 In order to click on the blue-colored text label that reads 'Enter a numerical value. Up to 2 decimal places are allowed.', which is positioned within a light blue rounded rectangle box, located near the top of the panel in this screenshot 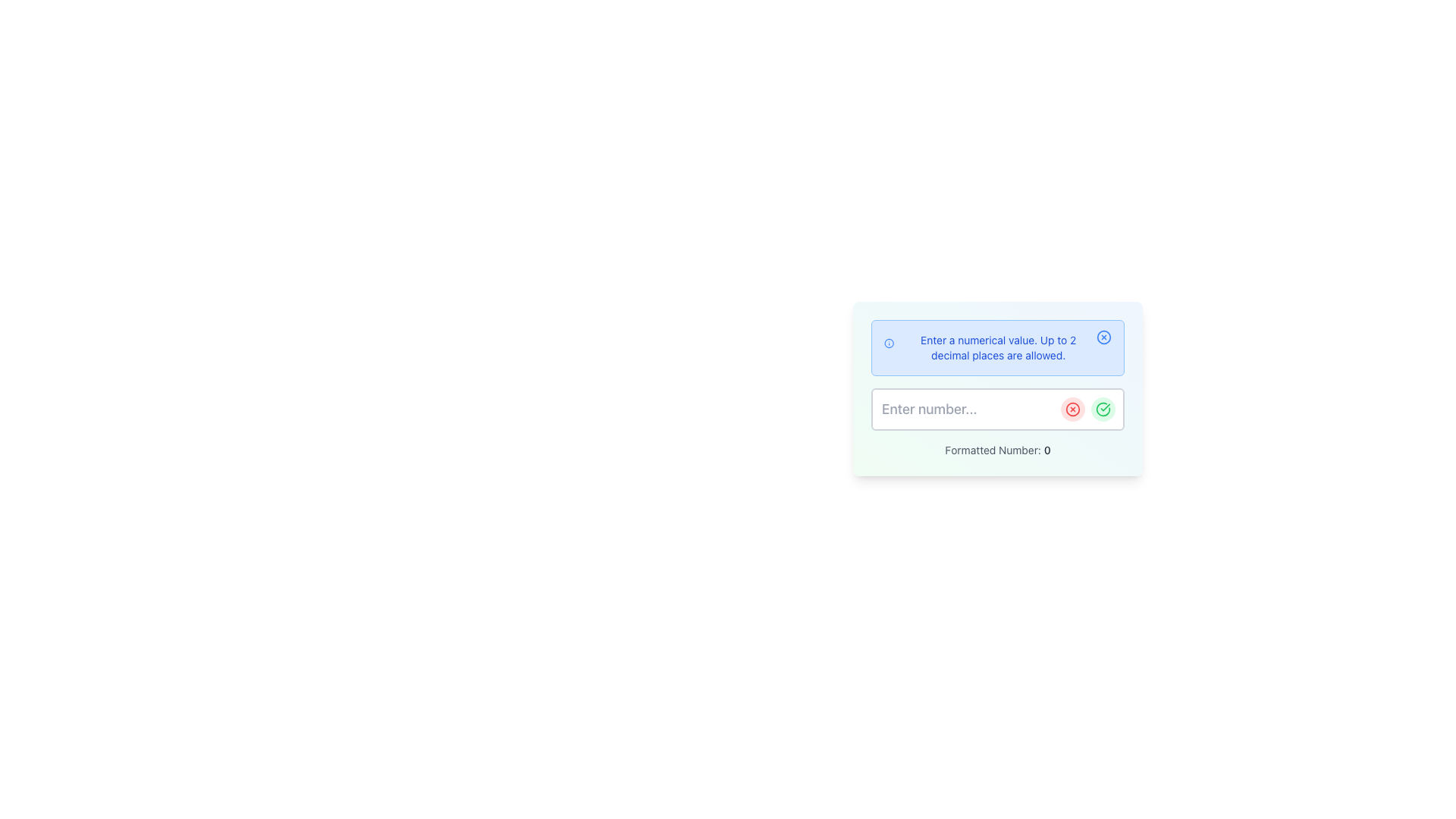, I will do `click(998, 348)`.